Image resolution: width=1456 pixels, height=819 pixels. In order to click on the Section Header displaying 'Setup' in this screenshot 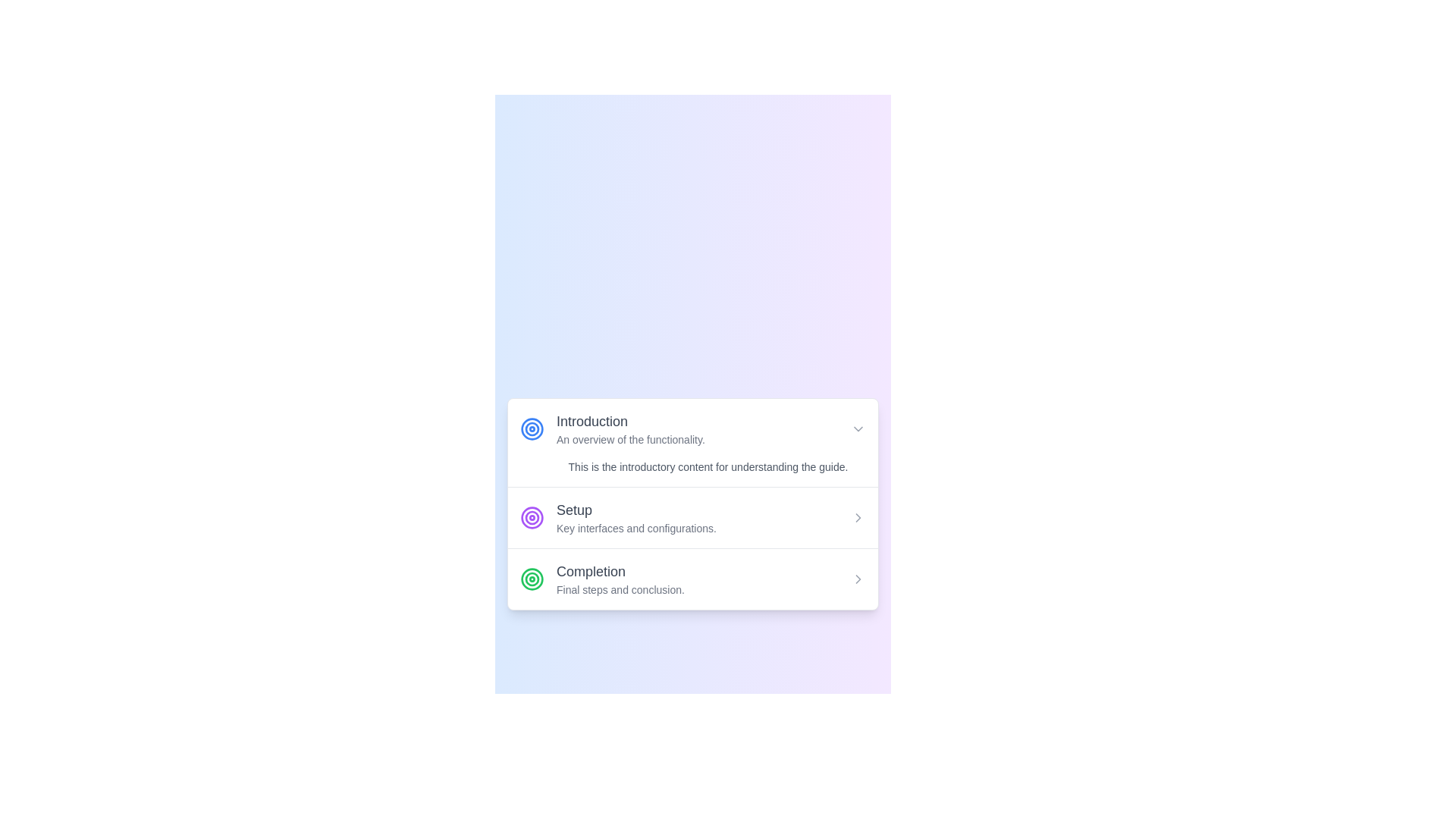, I will do `click(618, 516)`.